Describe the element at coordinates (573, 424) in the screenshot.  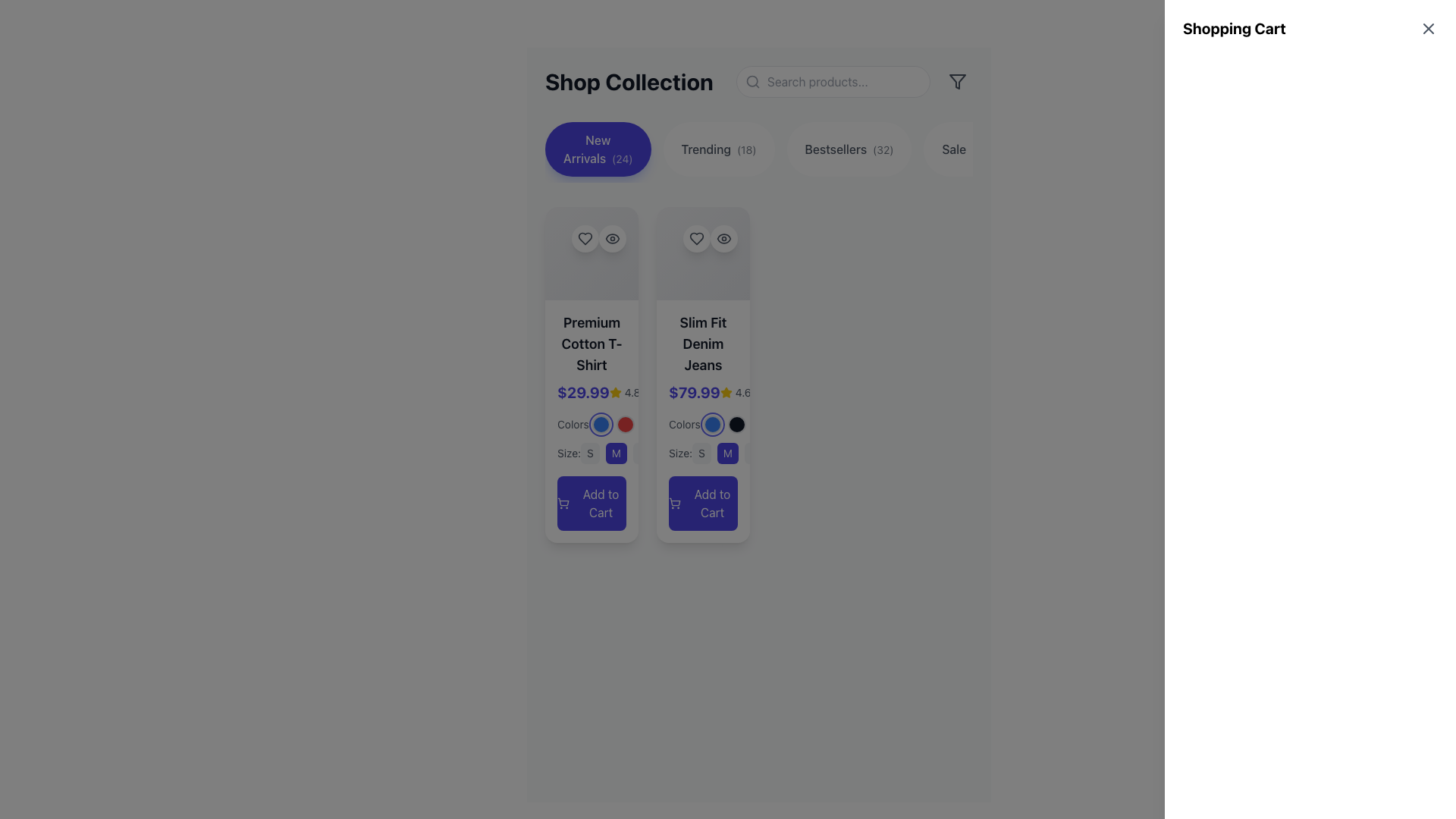
I see `the text label displaying 'Colors:' in light gray font, located on the left card of the product interface, positioned to the left of the circular color indicators` at that location.